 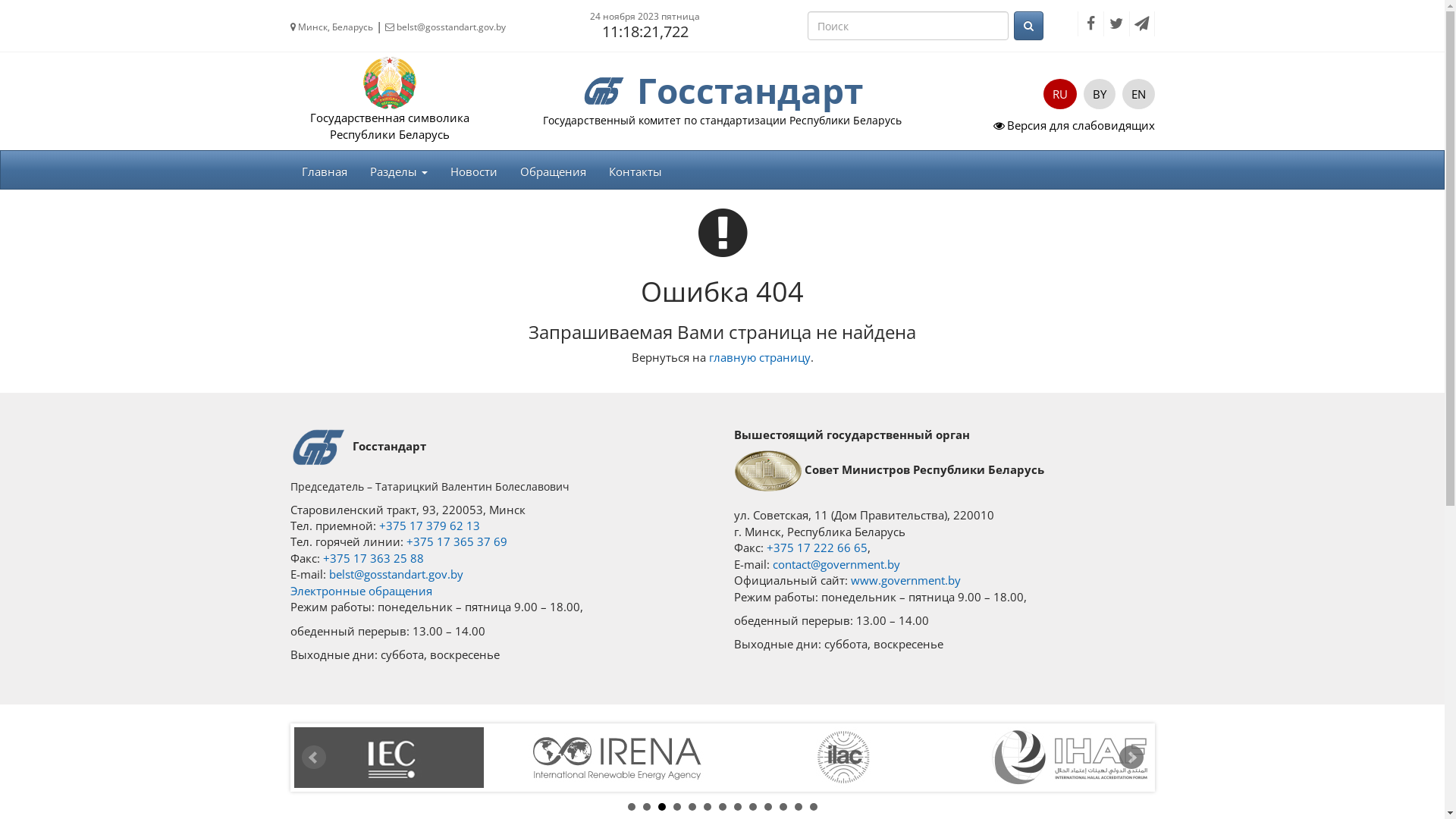 What do you see at coordinates (738, 806) in the screenshot?
I see `'8'` at bounding box center [738, 806].